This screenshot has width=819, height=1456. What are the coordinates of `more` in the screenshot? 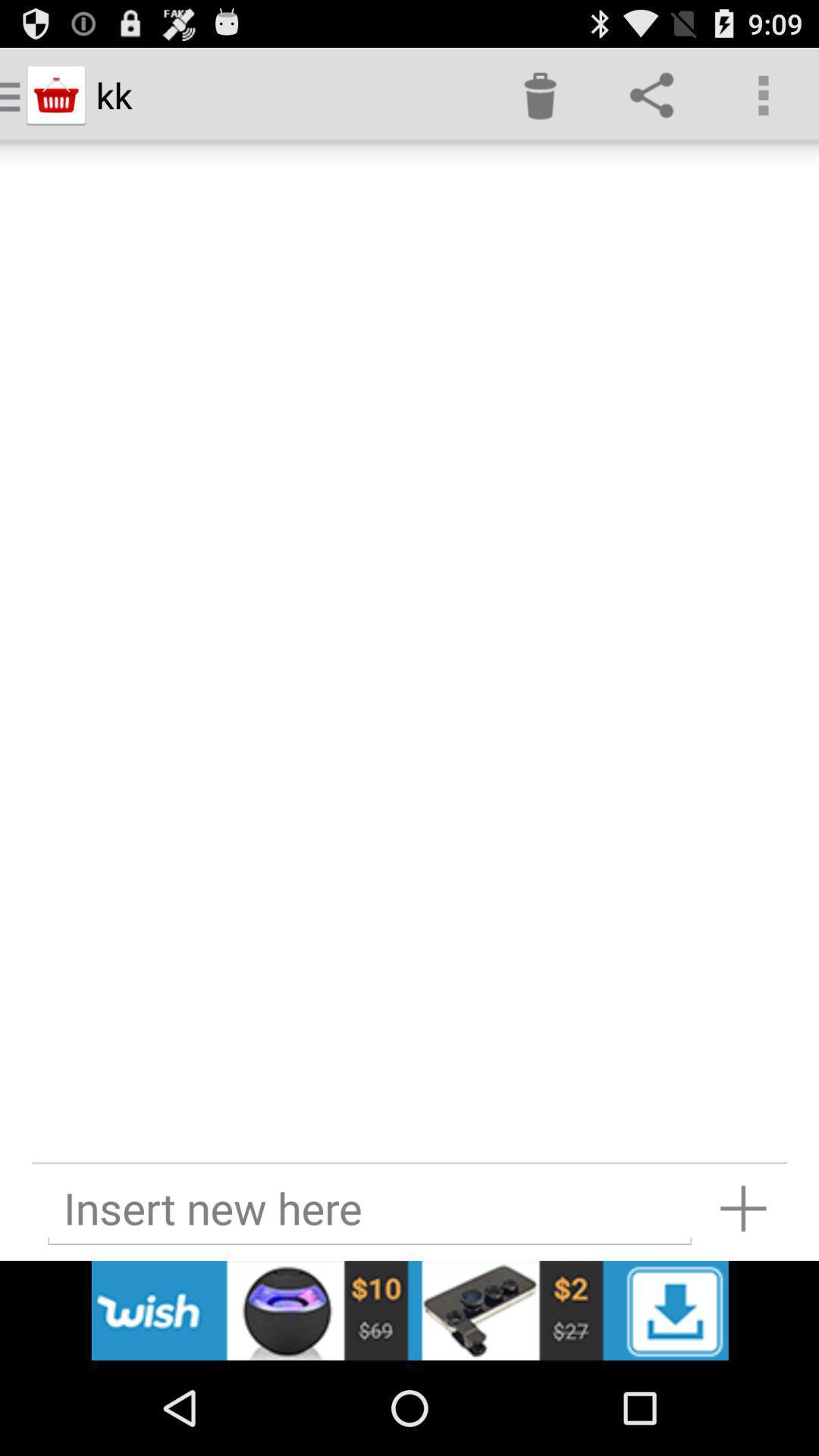 It's located at (742, 1207).